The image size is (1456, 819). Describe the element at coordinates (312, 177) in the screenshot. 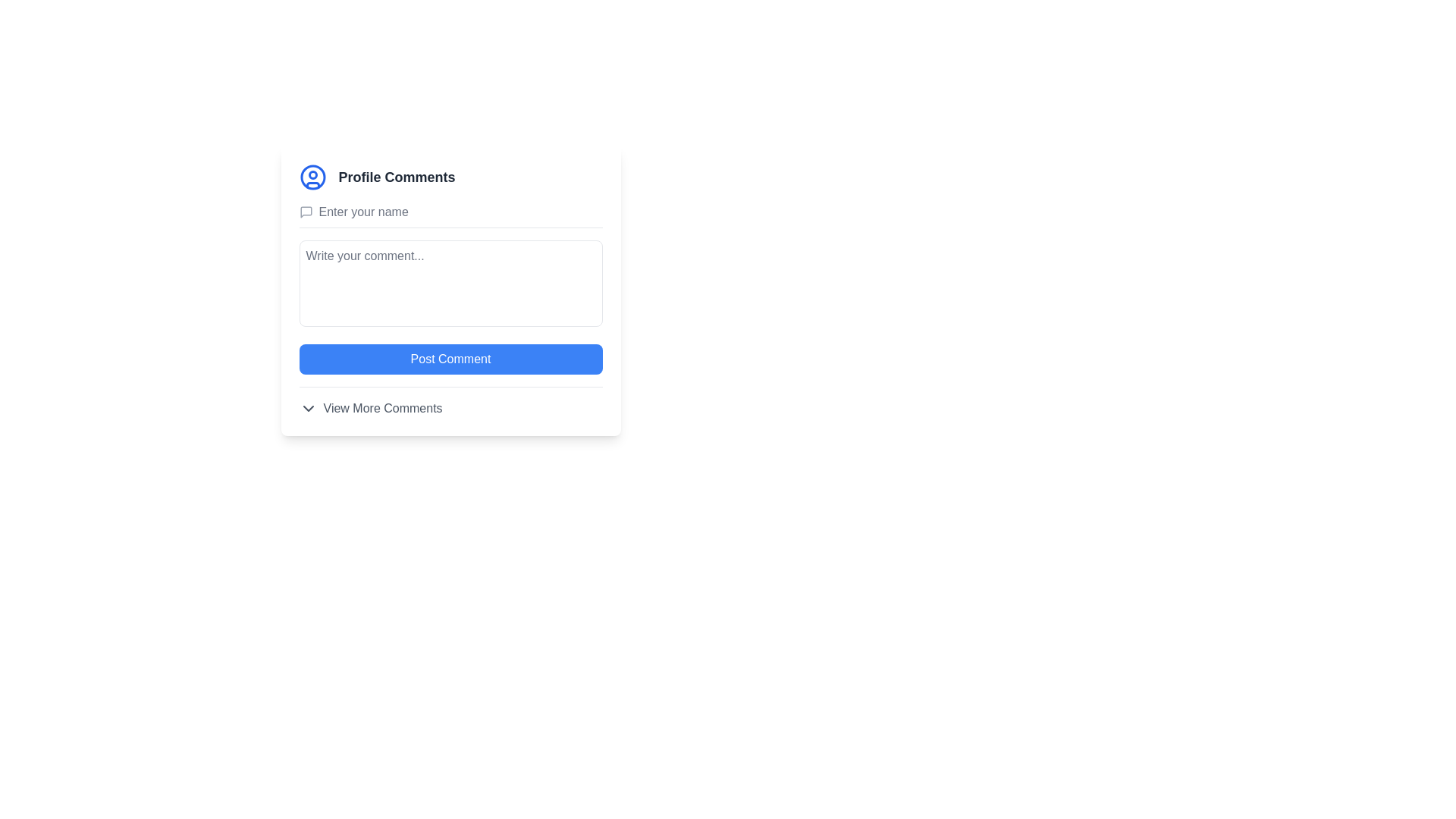

I see `the user profile icon, which serves as a visual cue for the 'Profile Comments' section positioned to the far left of the horizontal layout` at that location.